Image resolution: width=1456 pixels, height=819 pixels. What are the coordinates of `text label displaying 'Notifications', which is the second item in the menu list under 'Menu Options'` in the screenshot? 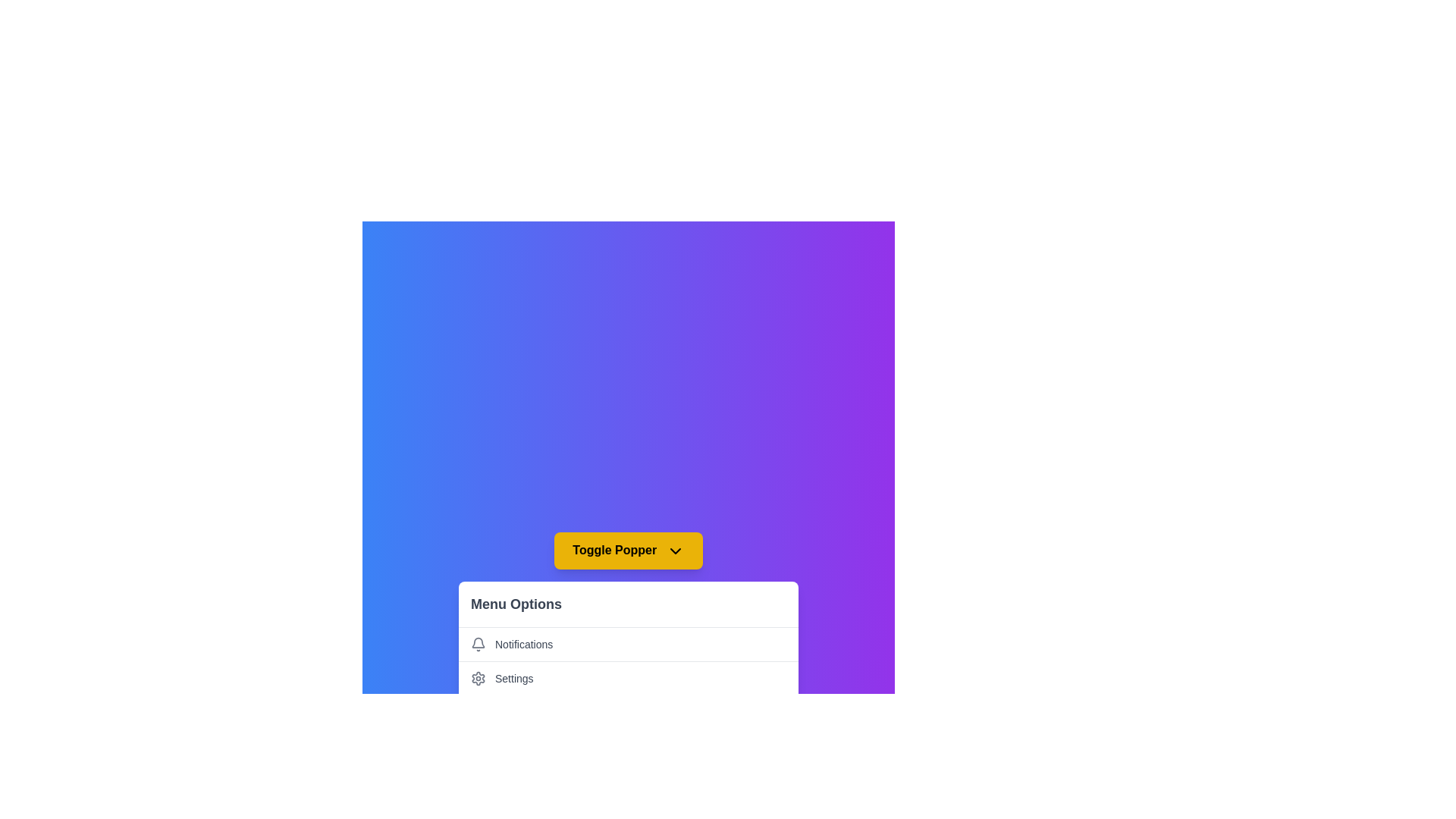 It's located at (524, 644).